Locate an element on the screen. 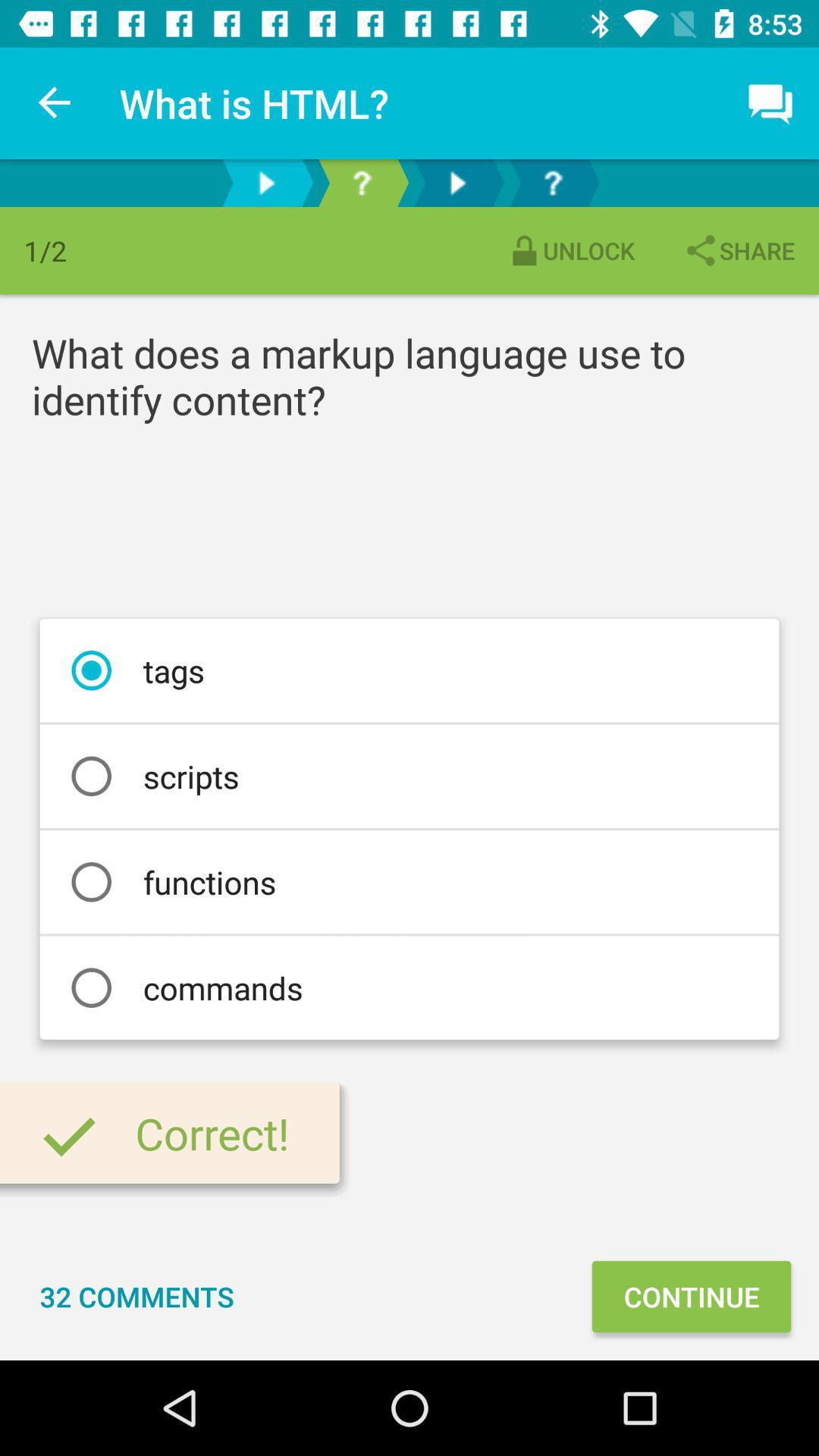 The height and width of the screenshot is (1456, 819). next is located at coordinates (265, 182).